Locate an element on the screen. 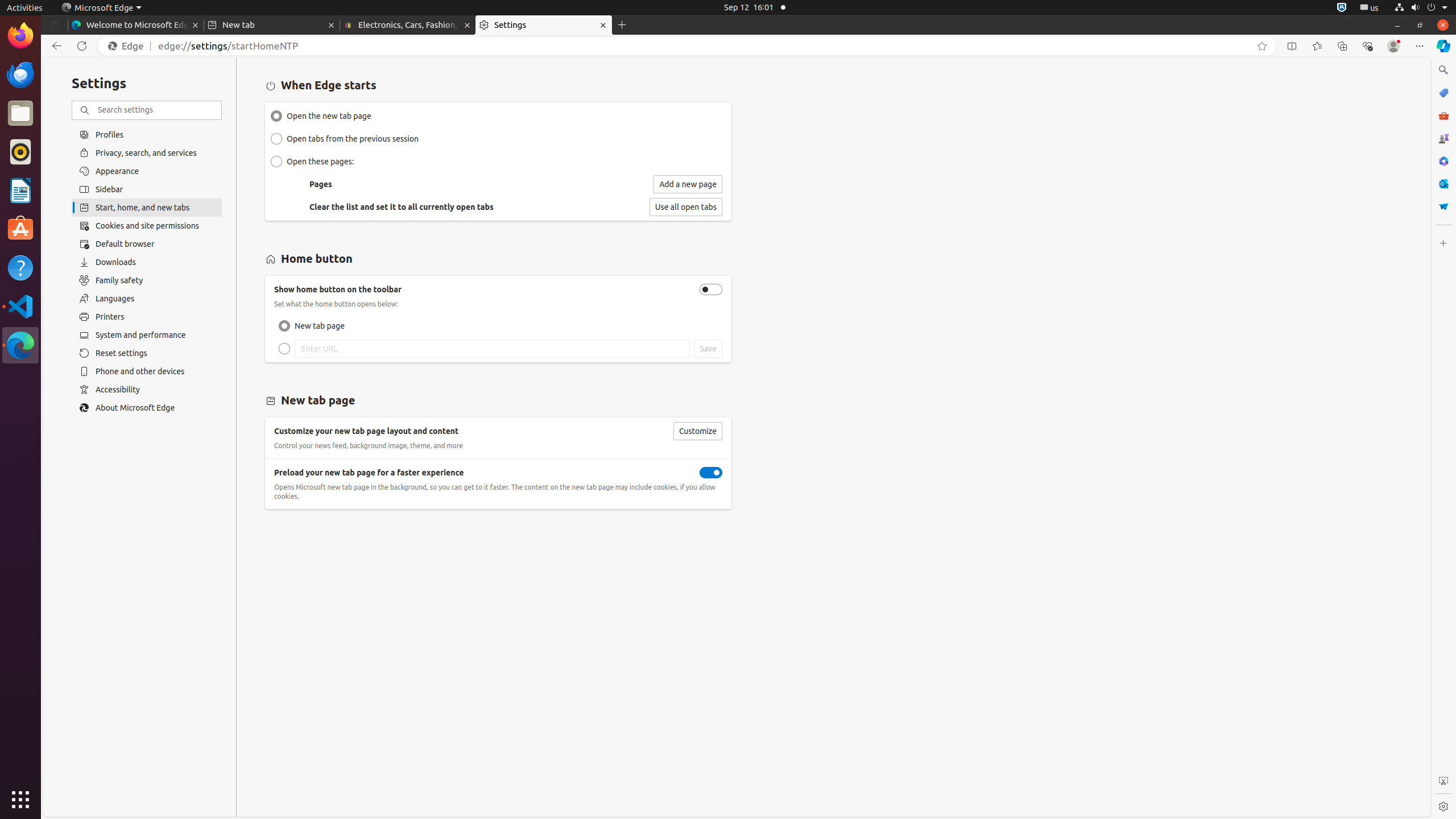  'Show Applications' is located at coordinates (20, 799).